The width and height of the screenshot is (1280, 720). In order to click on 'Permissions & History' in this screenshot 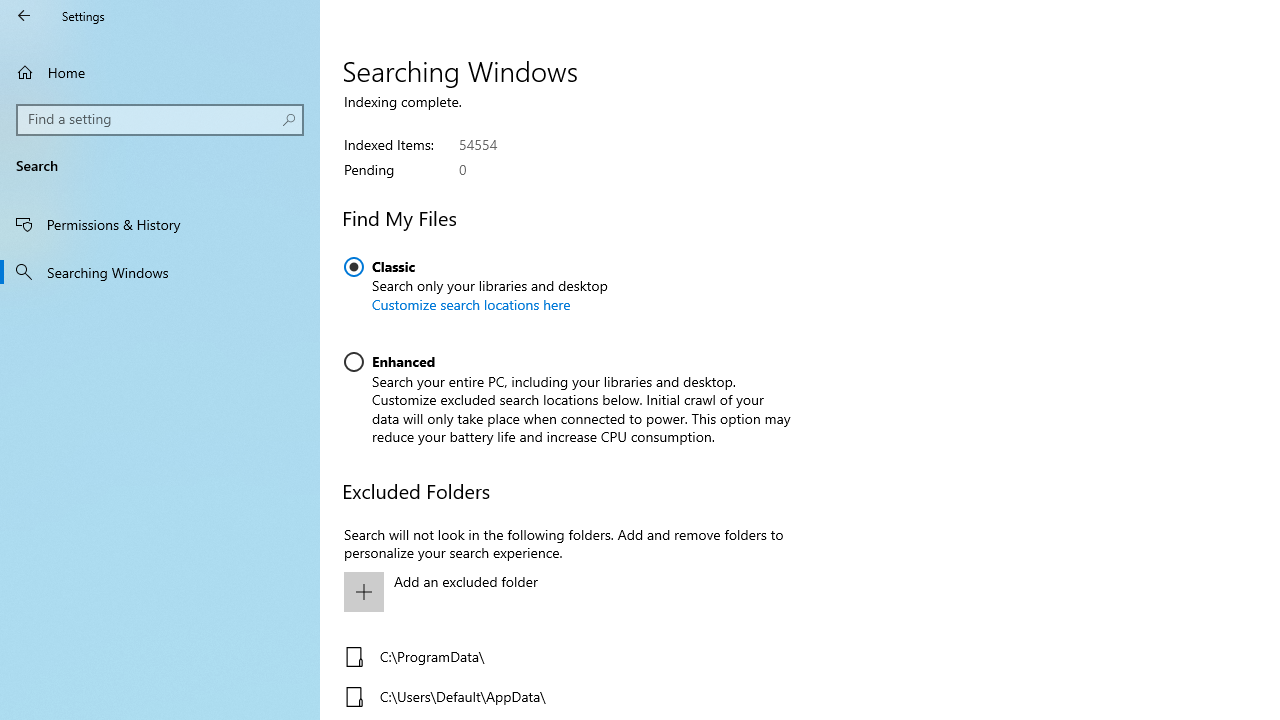, I will do `click(160, 223)`.